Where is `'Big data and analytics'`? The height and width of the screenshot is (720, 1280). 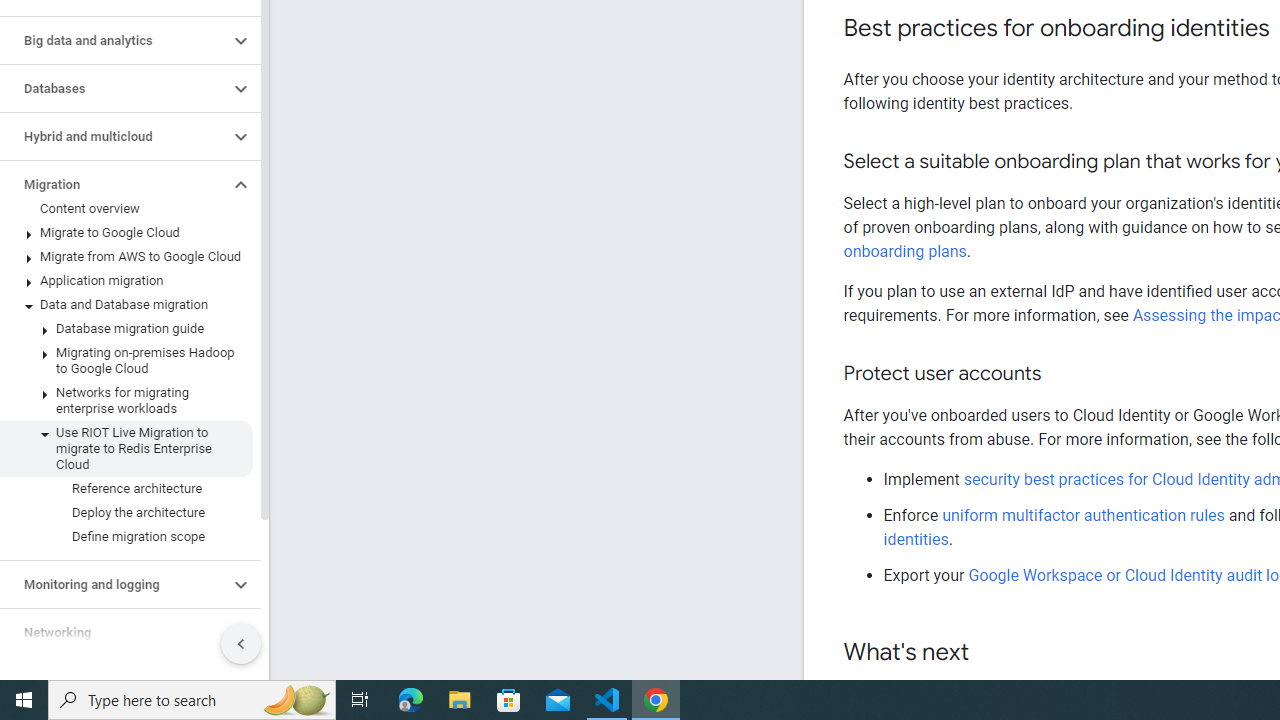 'Big data and analytics' is located at coordinates (113, 41).